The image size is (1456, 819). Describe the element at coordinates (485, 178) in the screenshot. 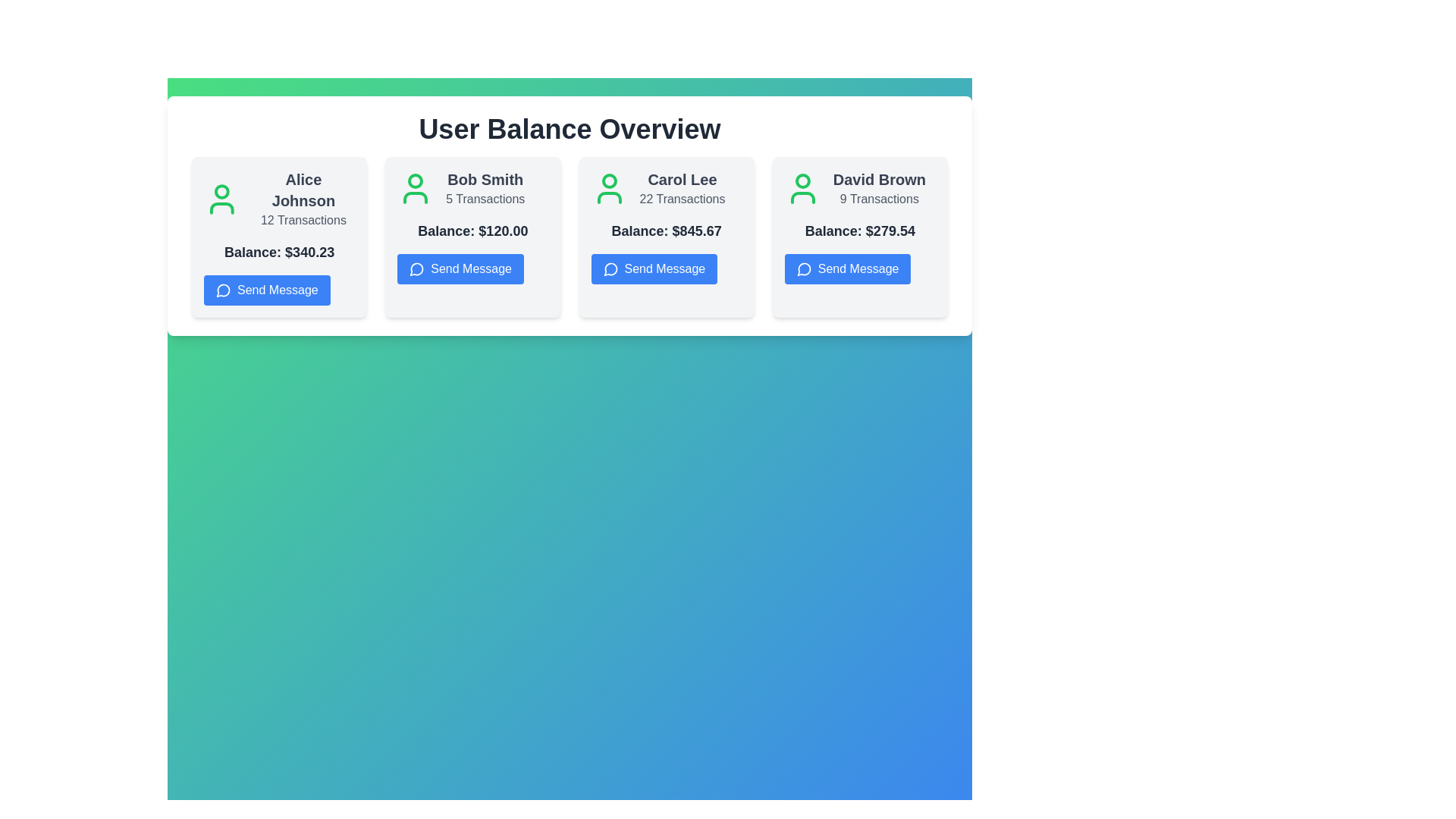

I see `the static text label that presents the user's name, which is located at the top of the second card, above the '5 Transactions' text and 'Balance: $120.00'` at that location.